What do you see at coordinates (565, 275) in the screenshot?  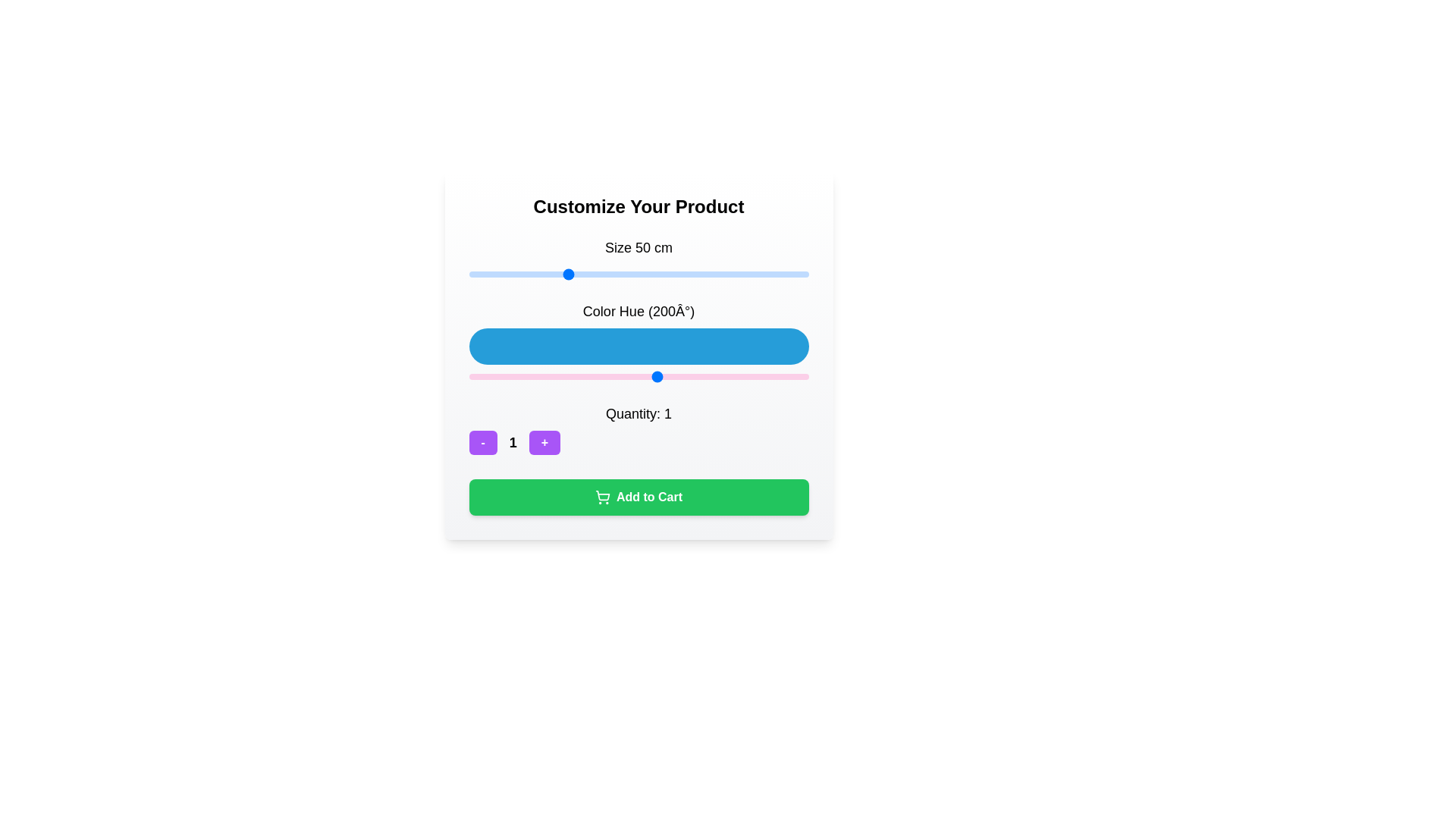 I see `the size` at bounding box center [565, 275].